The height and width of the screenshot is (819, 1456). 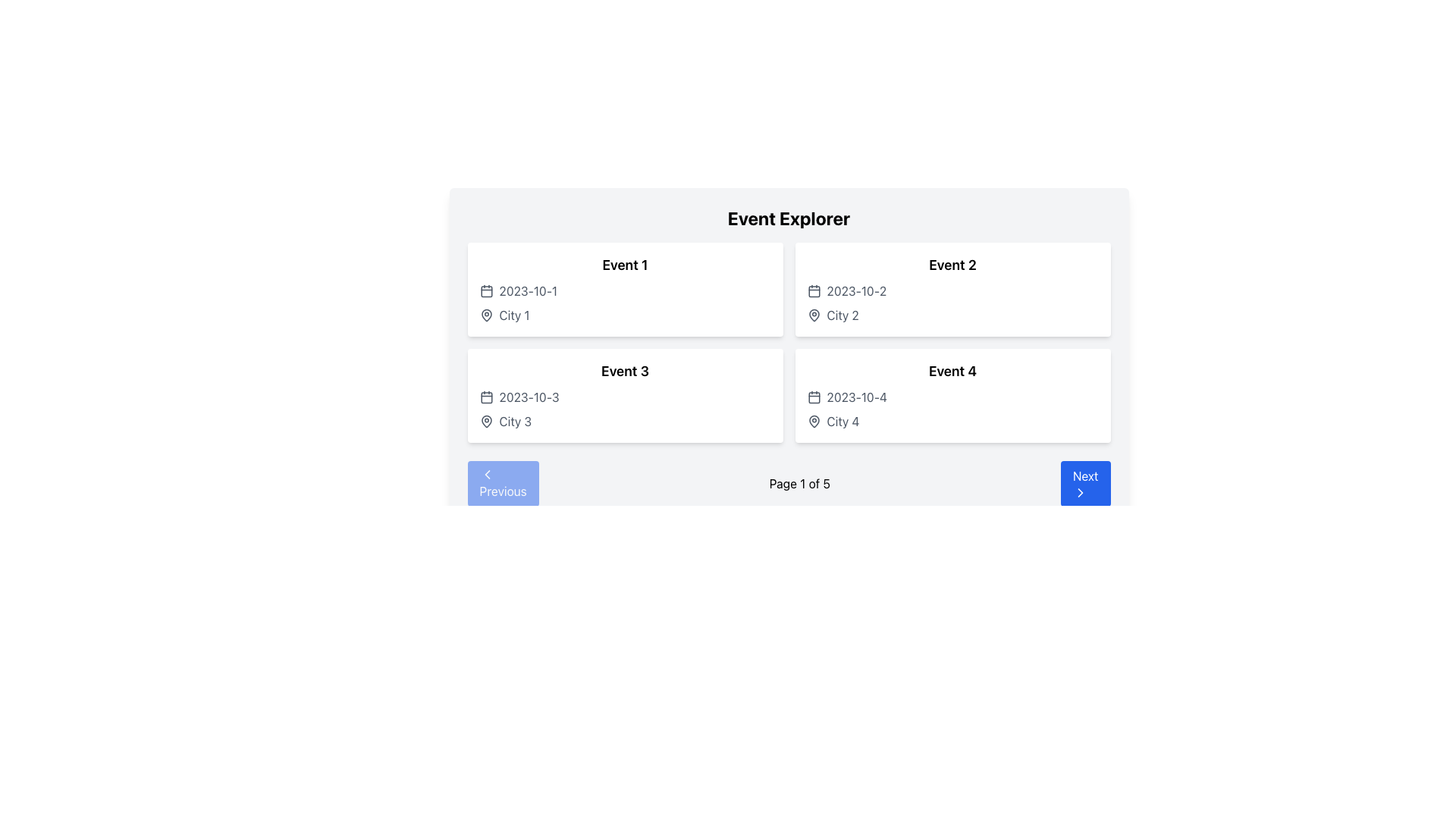 What do you see at coordinates (952, 371) in the screenshot?
I see `the Static Text element displaying 'Event 4', which is a bold and larger font header located in the lower right quadrant of the main event grid` at bounding box center [952, 371].